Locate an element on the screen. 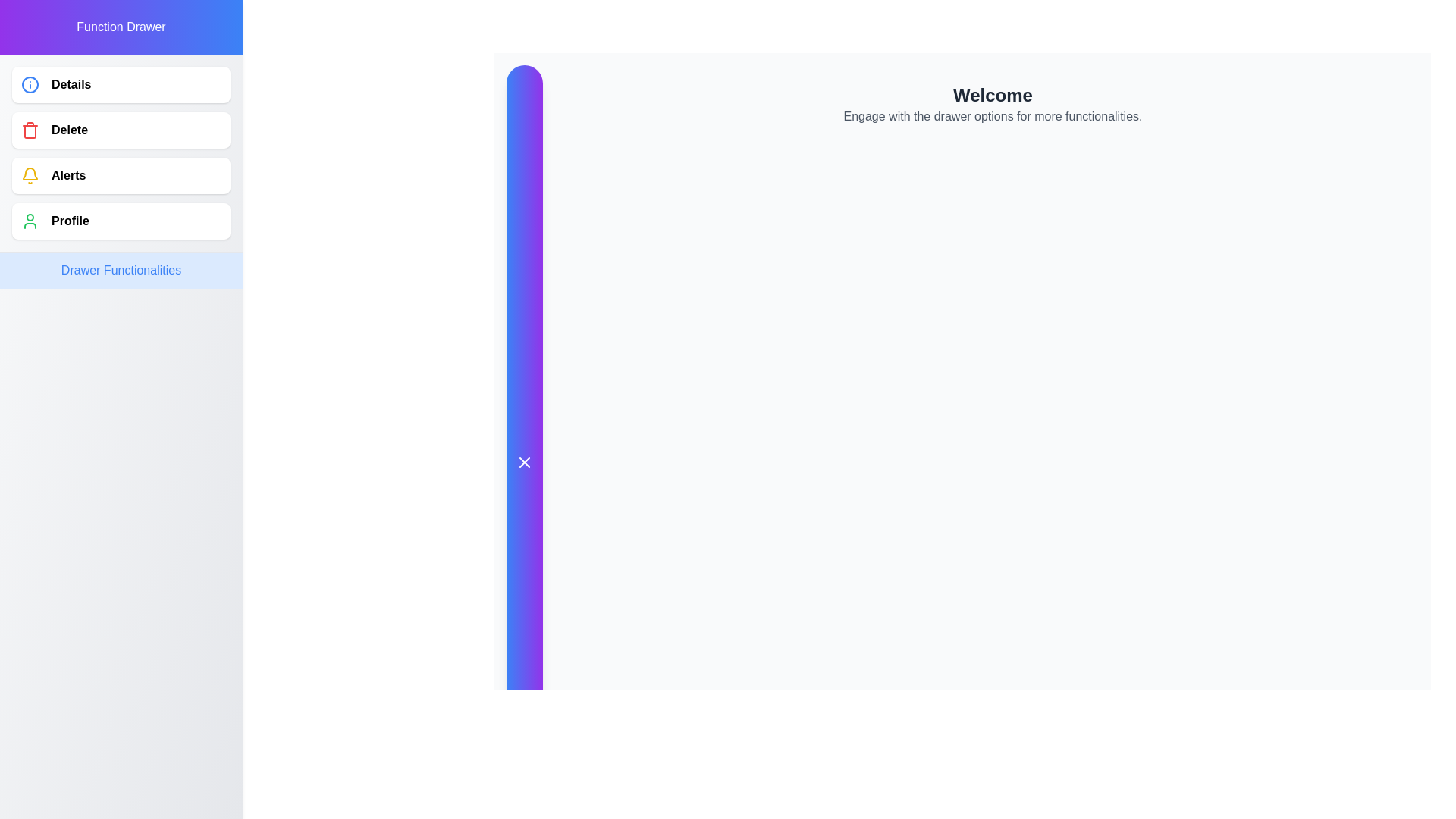  the 'X' icon within the circular button located in the vertical sidebar to potentially reveal a tooltip is located at coordinates (524, 461).